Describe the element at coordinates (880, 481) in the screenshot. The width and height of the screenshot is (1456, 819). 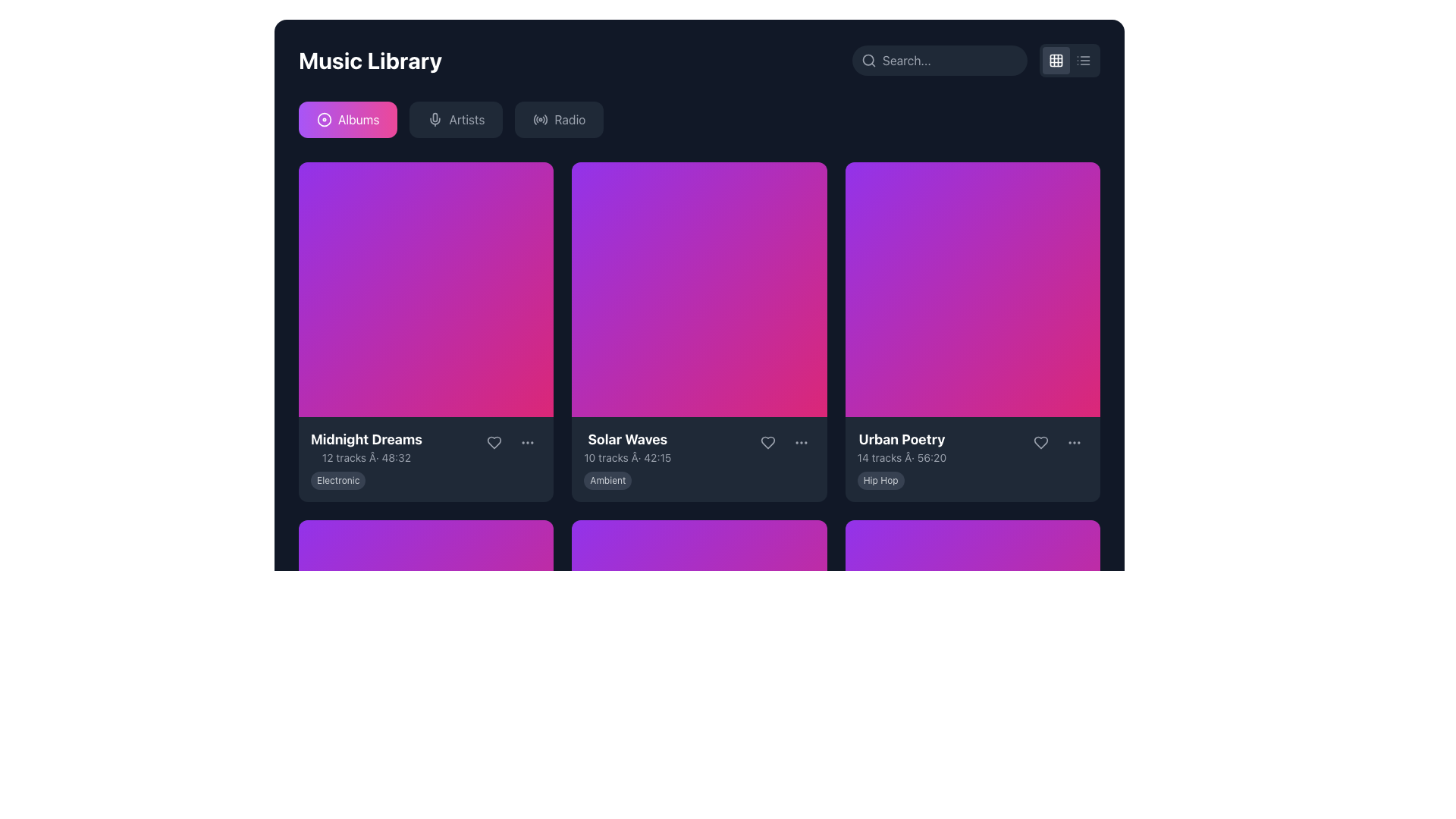
I see `the genre label for the 'Urban Poetry' album located at the bottom-left corner of the album card in the Music Library interface` at that location.